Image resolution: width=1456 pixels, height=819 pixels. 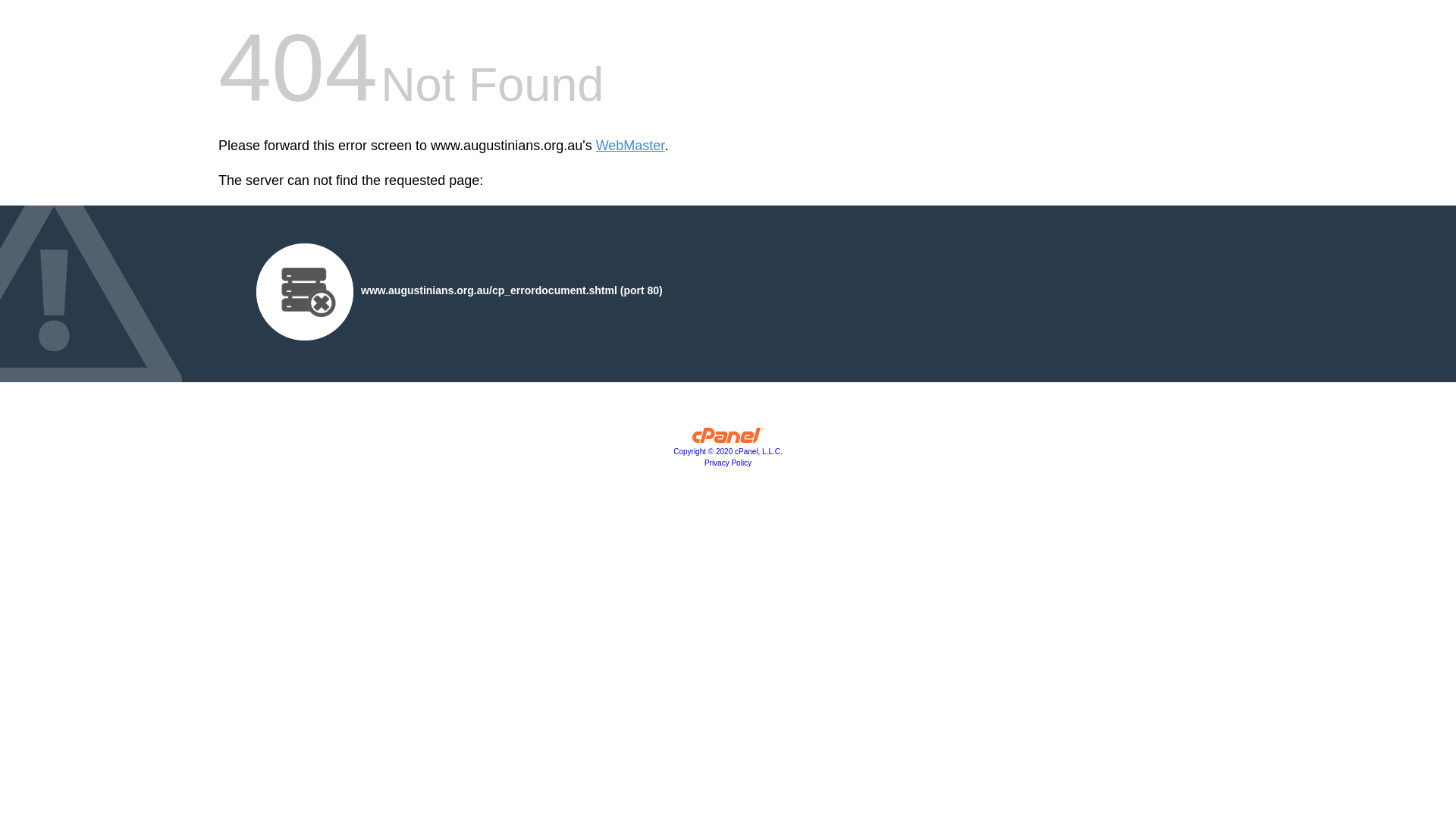 What do you see at coordinates (728, 438) in the screenshot?
I see `'cPanel, Inc.'` at bounding box center [728, 438].